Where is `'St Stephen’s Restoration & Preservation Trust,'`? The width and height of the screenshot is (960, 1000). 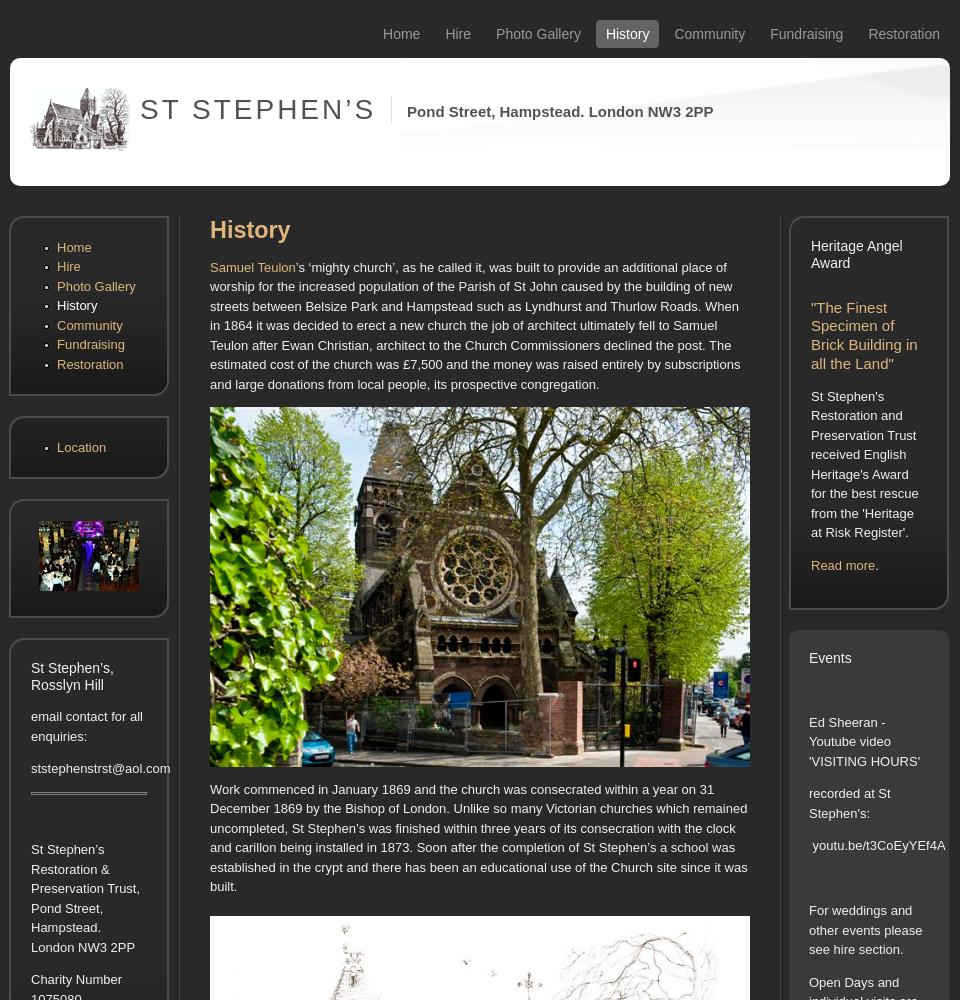 'St Stephen’s Restoration & Preservation Trust,' is located at coordinates (85, 868).